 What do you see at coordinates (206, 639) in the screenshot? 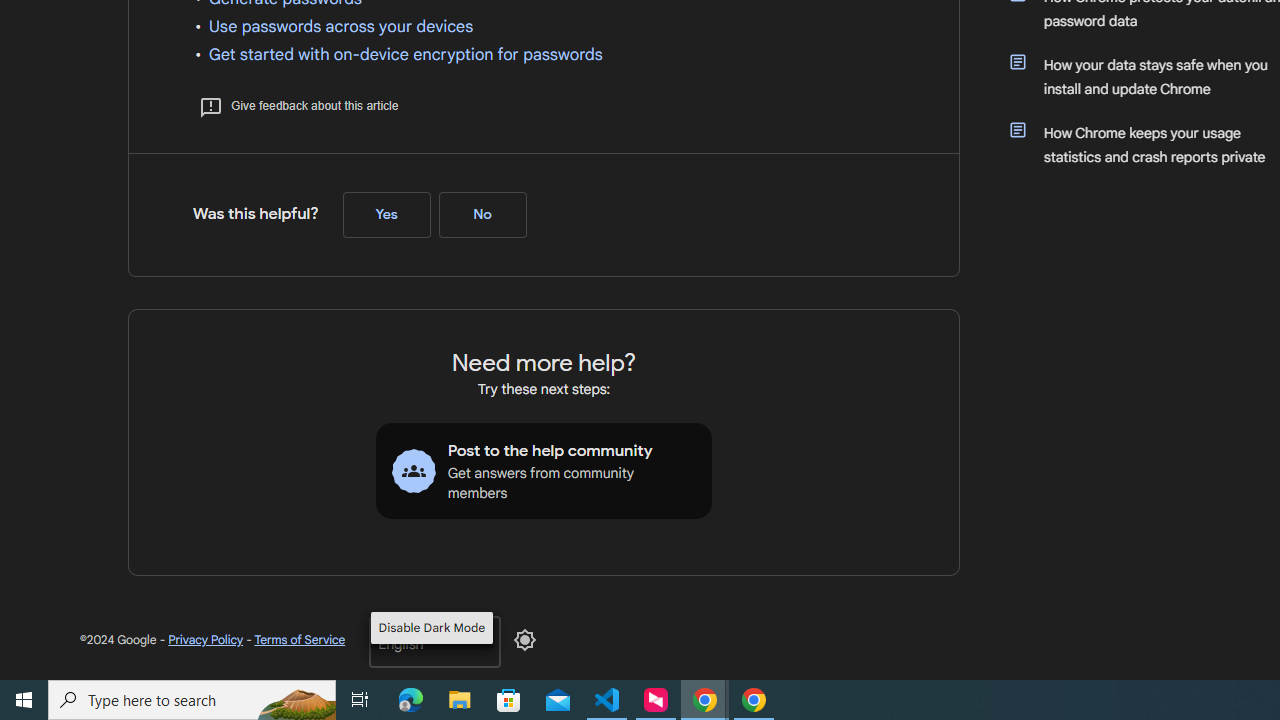
I see `'Privacy Policy'` at bounding box center [206, 639].